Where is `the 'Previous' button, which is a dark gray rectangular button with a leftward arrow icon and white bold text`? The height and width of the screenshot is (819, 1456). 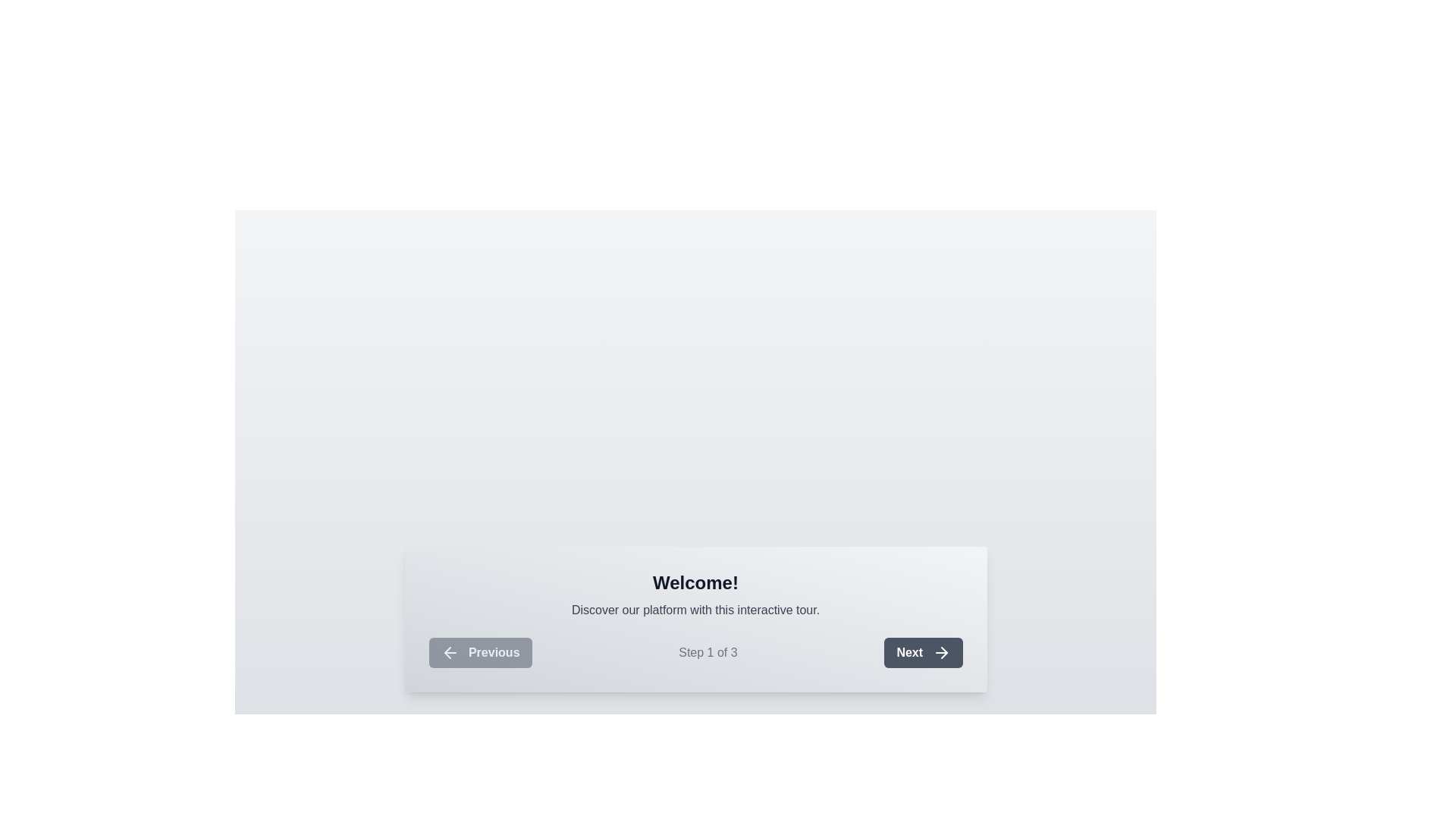
the 'Previous' button, which is a dark gray rectangular button with a leftward arrow icon and white bold text is located at coordinates (479, 651).